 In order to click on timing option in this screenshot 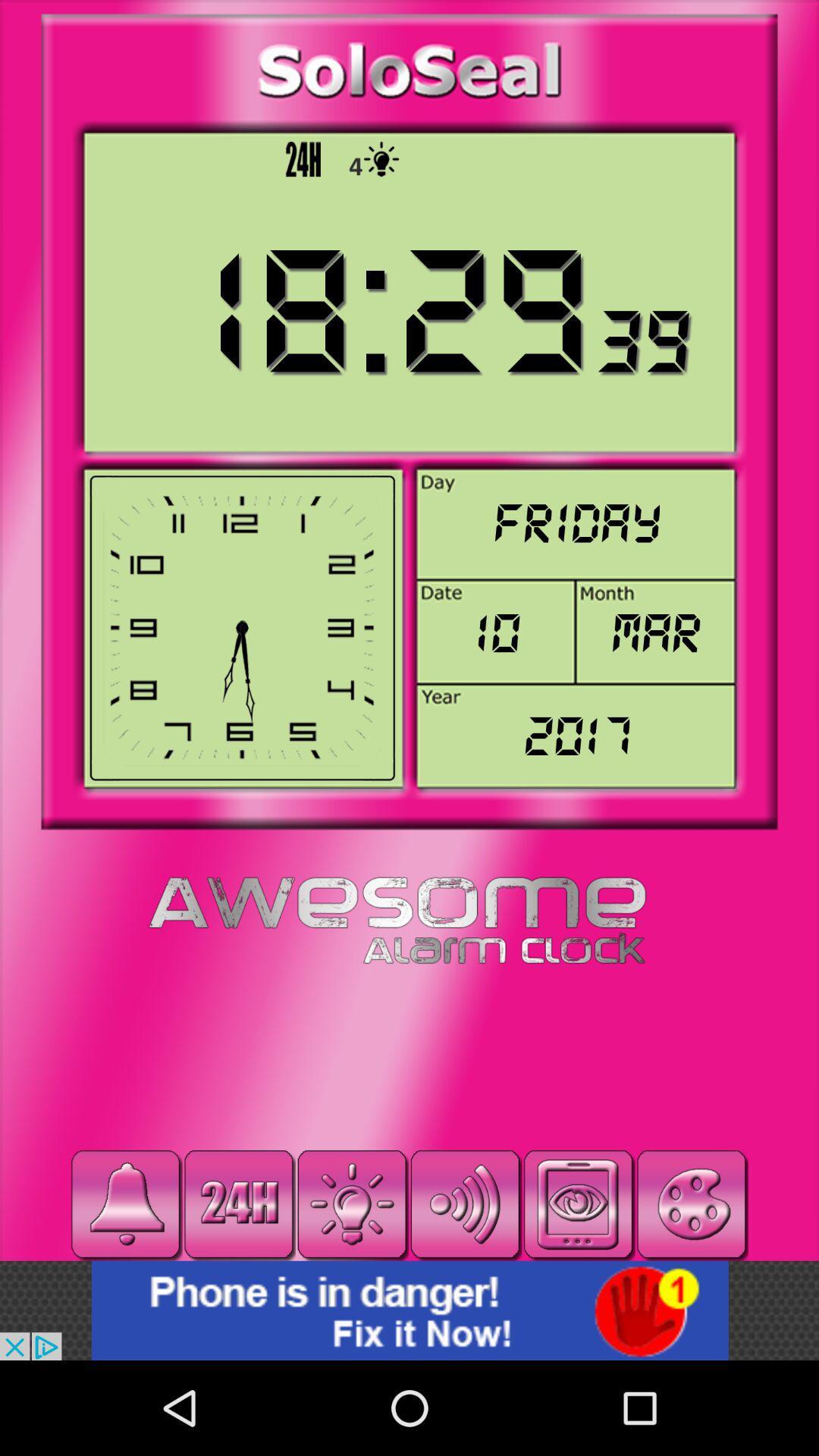, I will do `click(239, 1203)`.